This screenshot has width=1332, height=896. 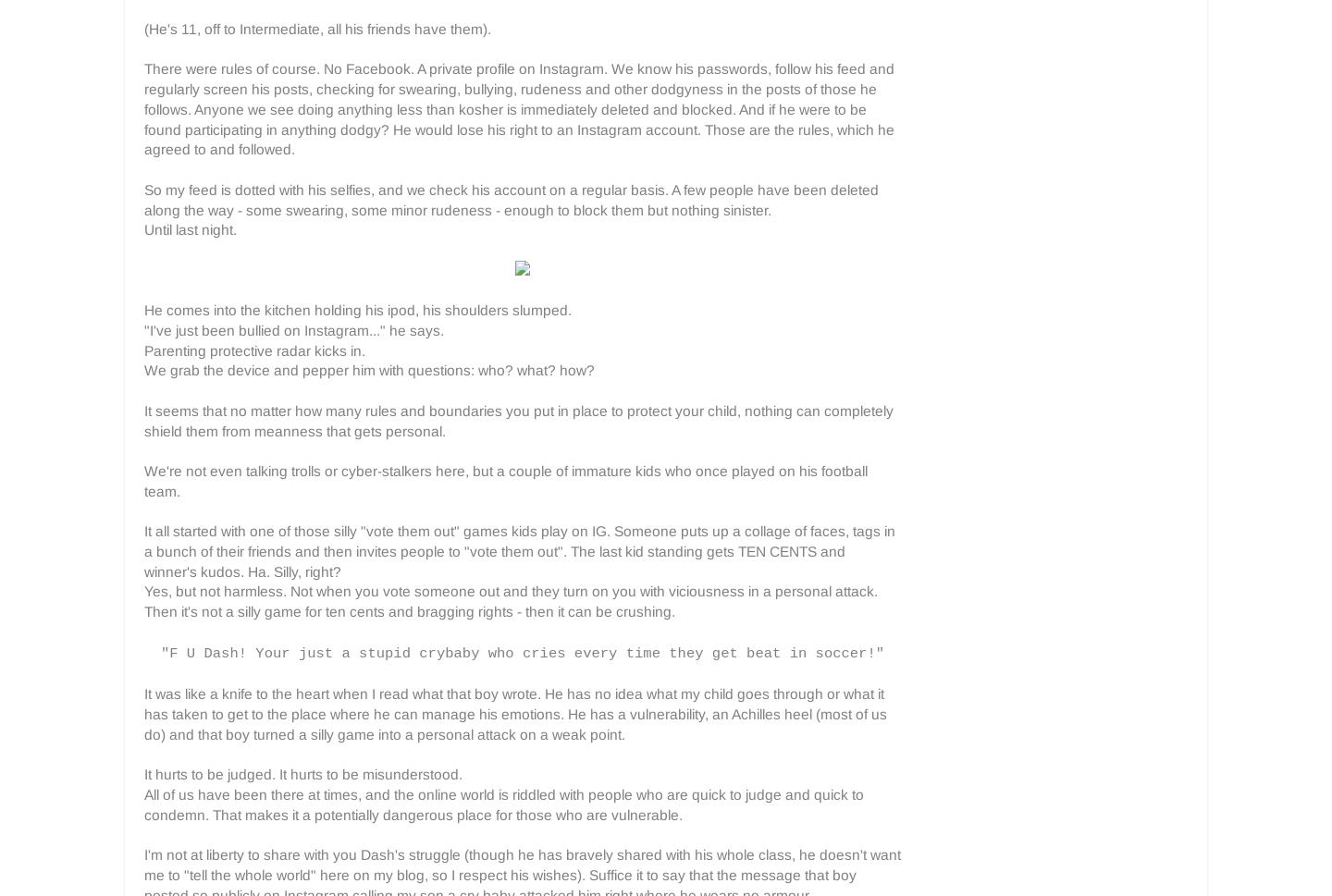 I want to click on 'Until last night.', so click(x=191, y=228).